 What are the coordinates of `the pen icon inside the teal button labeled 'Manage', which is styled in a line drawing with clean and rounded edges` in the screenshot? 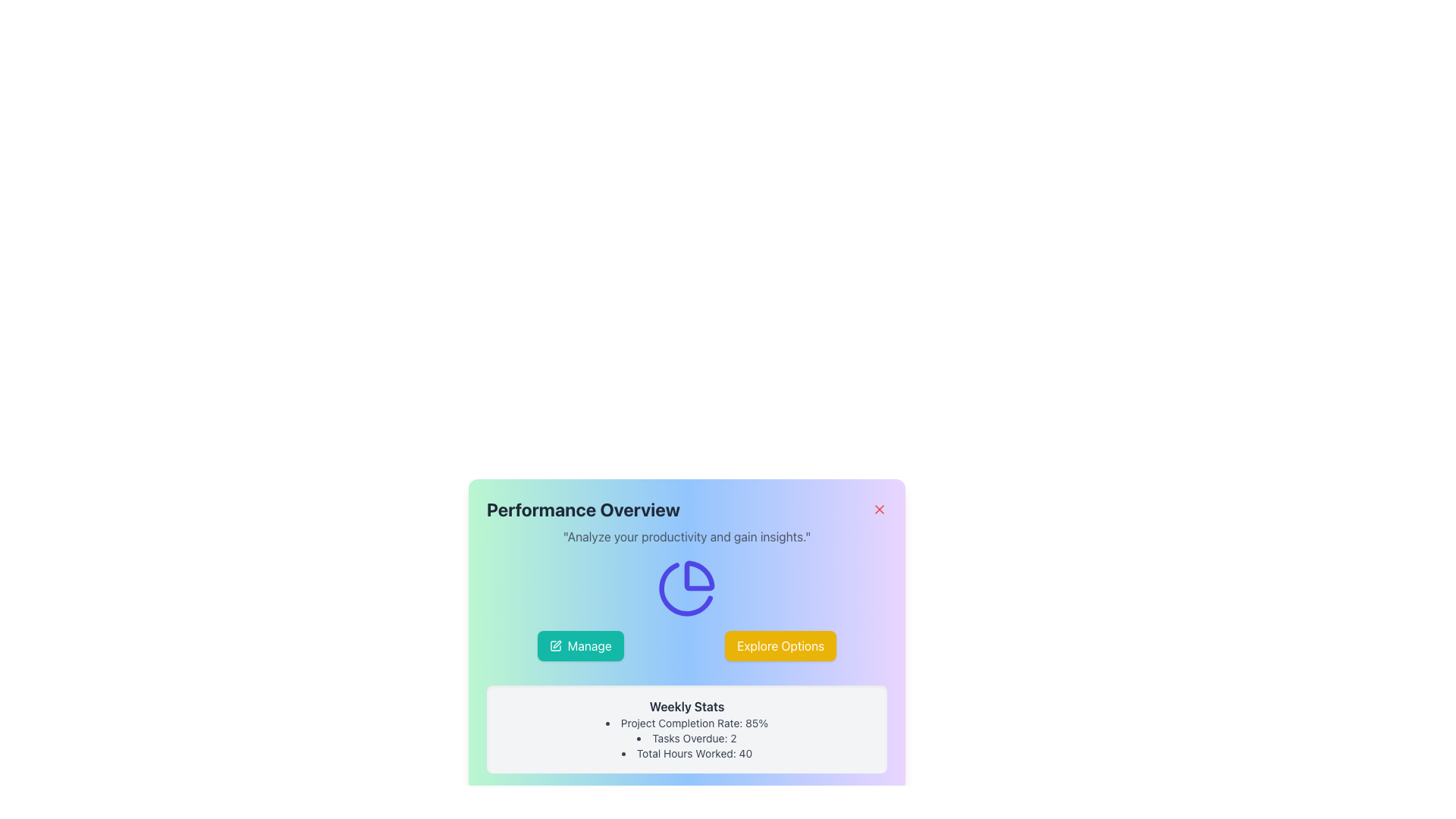 It's located at (554, 646).